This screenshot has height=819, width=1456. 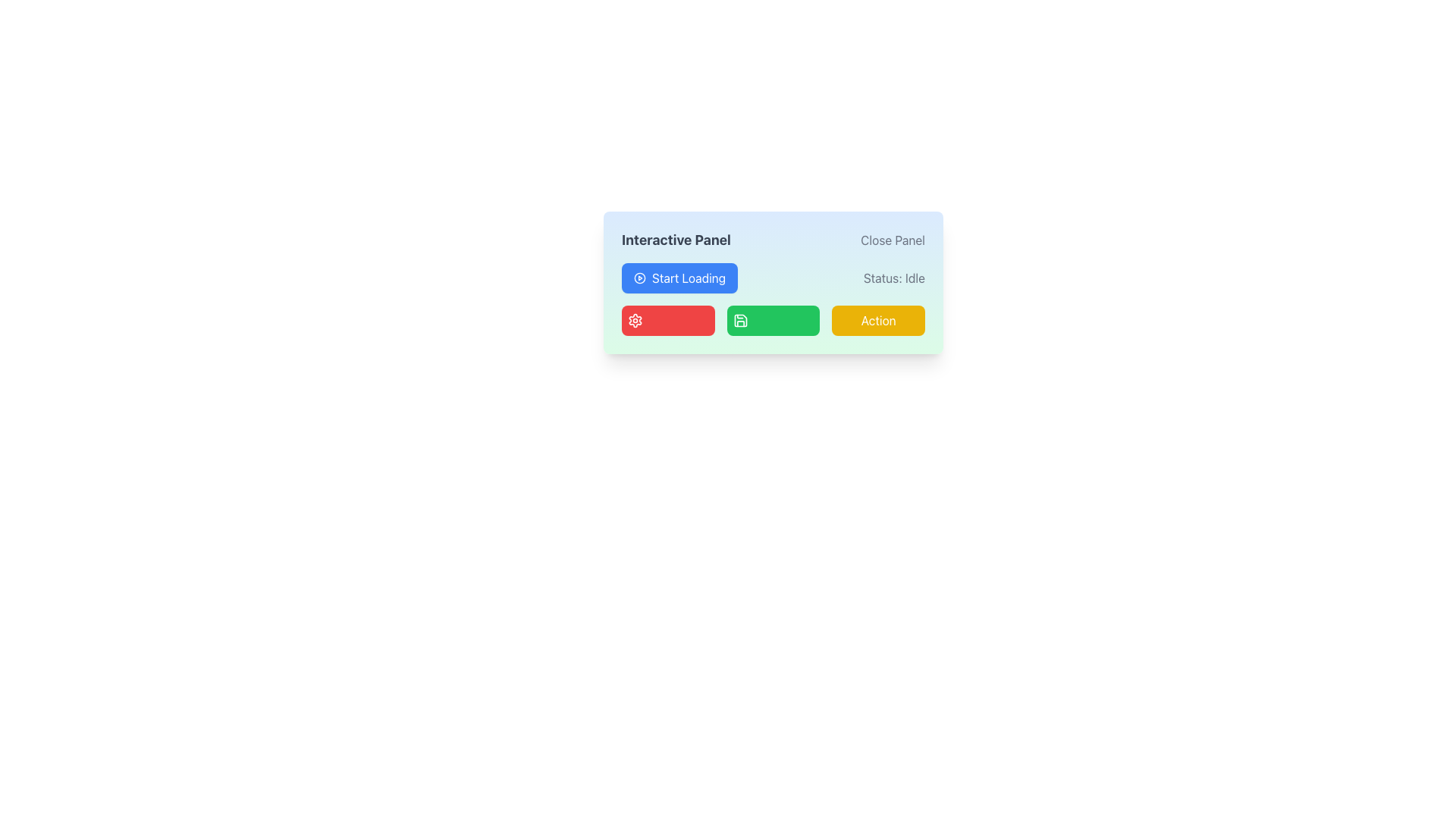 I want to click on the settings button with an icon, which is the first button on the left in a horizontal row below the 'Start Loading' button, so click(x=635, y=320).